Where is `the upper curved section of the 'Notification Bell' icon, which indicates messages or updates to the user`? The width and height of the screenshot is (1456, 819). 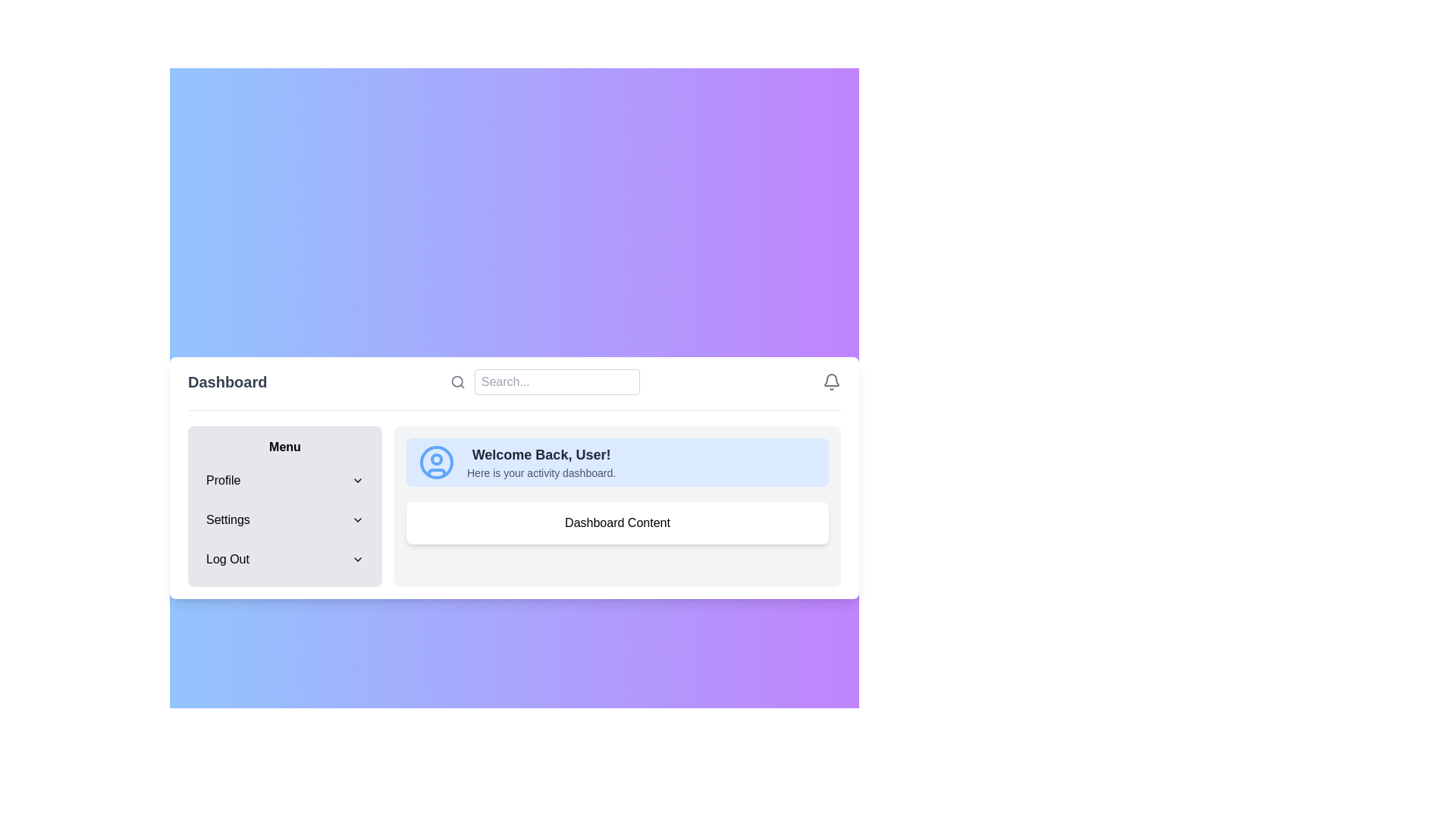
the upper curved section of the 'Notification Bell' icon, which indicates messages or updates to the user is located at coordinates (831, 379).